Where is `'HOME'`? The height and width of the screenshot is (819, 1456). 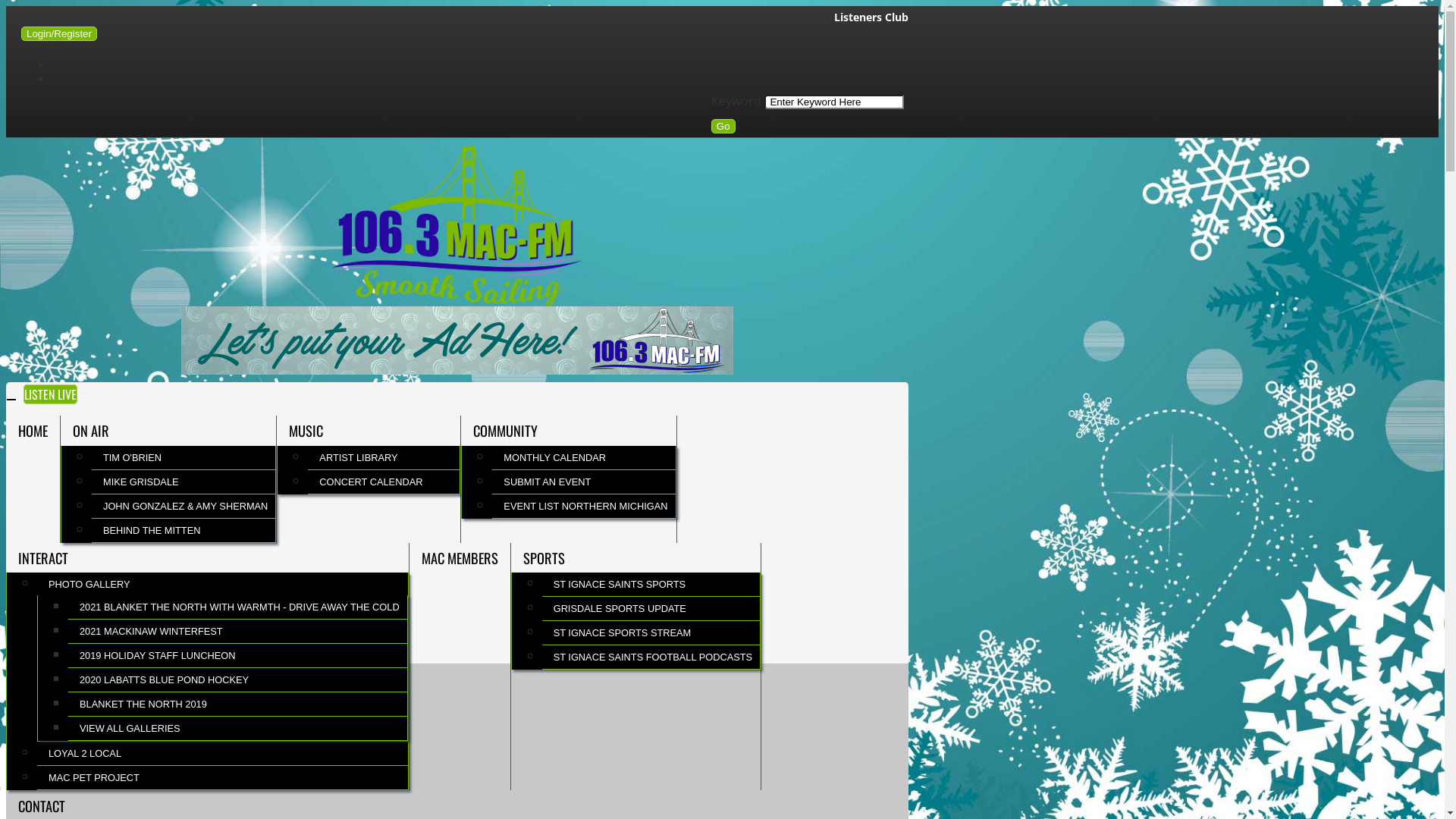 'HOME' is located at coordinates (6, 430).